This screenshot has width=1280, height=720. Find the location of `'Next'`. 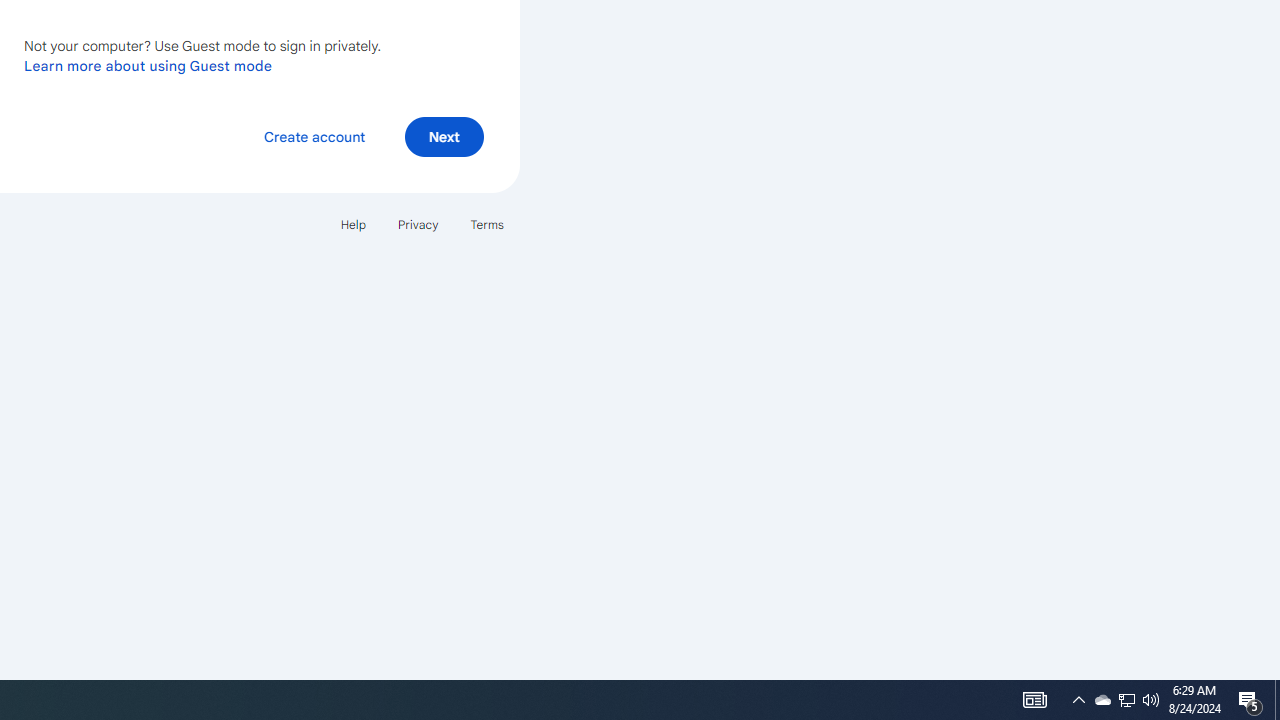

'Next' is located at coordinates (443, 135).